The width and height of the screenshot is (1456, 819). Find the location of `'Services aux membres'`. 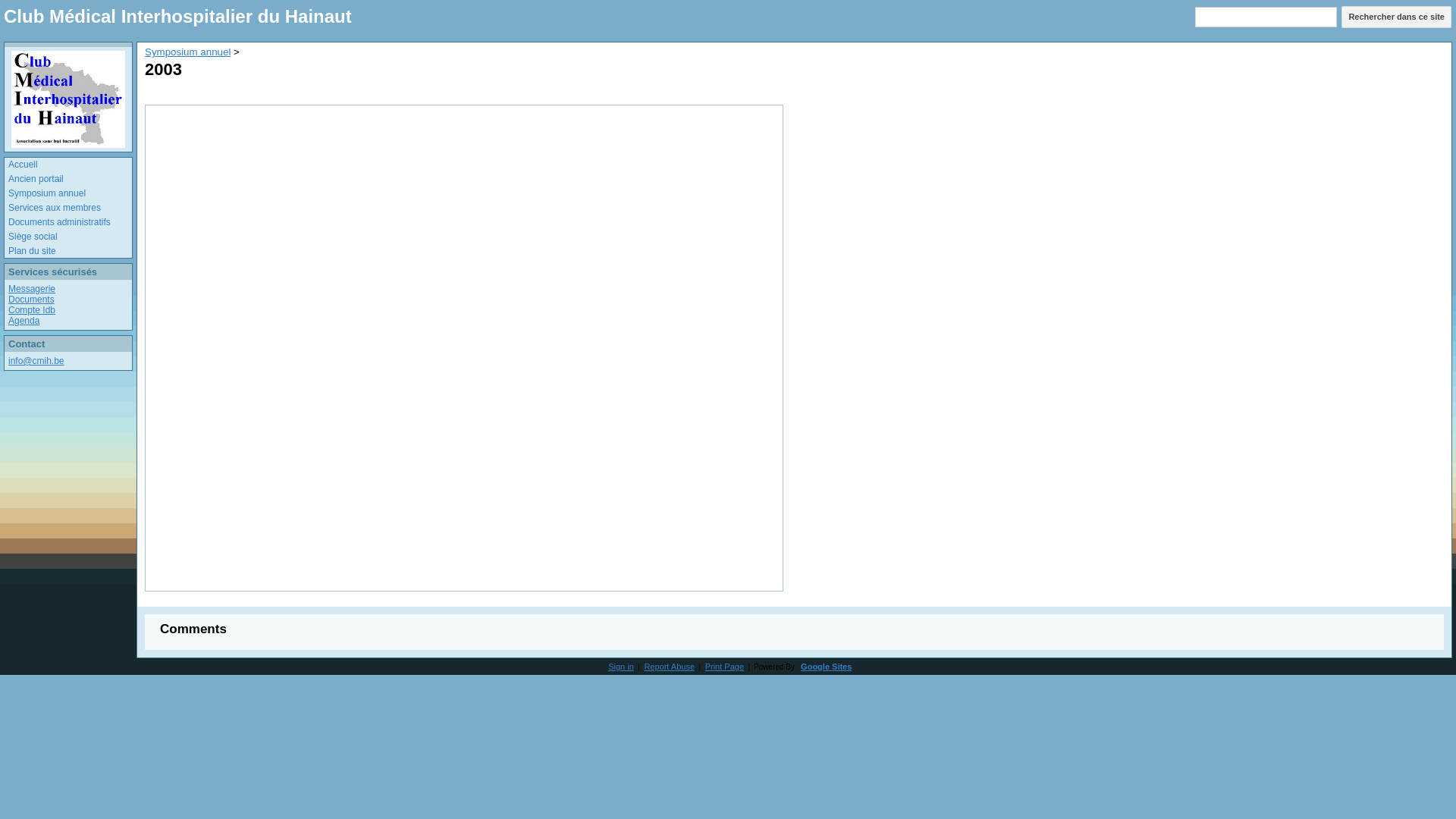

'Services aux membres' is located at coordinates (8, 208).